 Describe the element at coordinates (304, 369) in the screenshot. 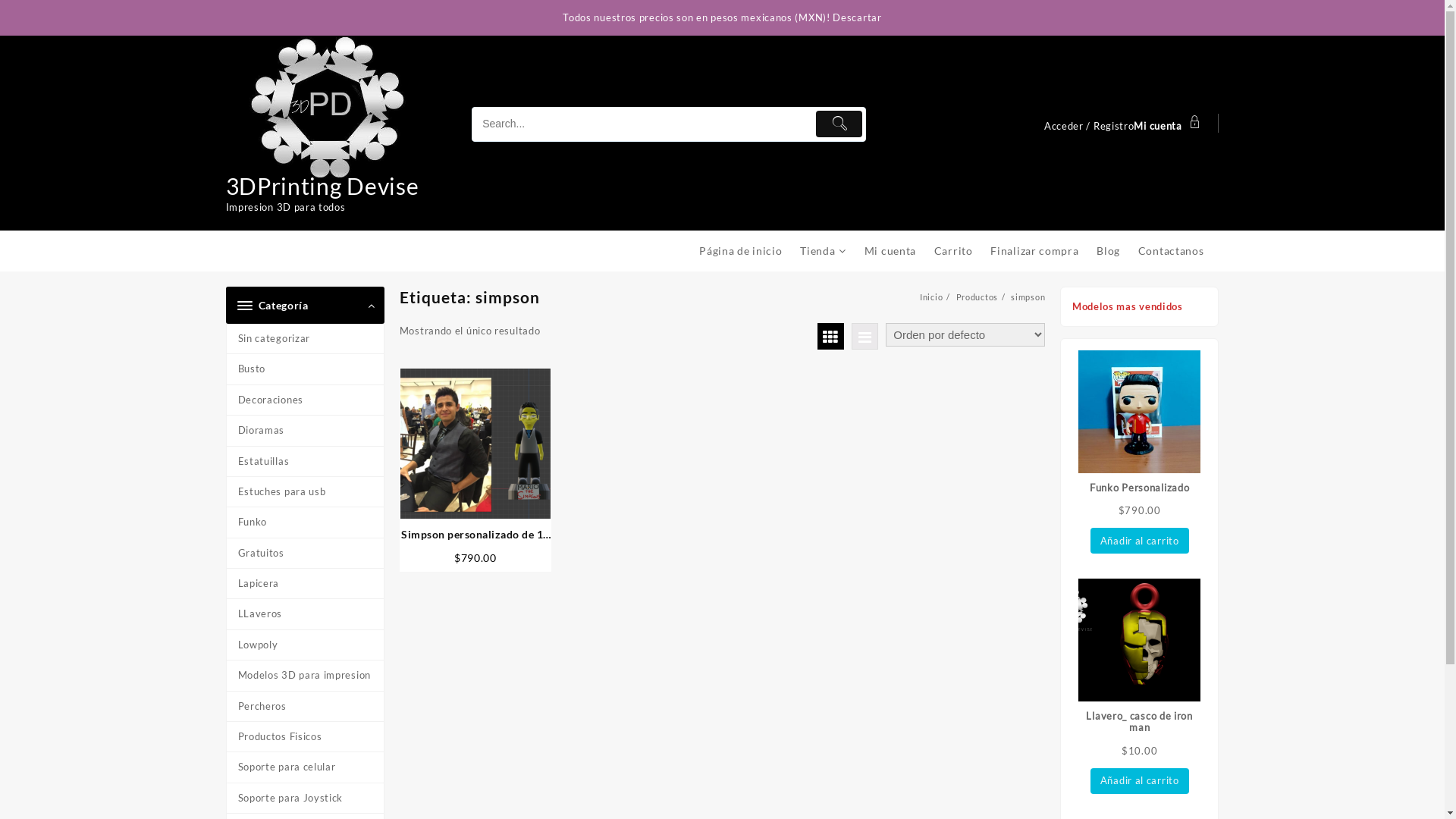

I see `'Busto'` at that location.